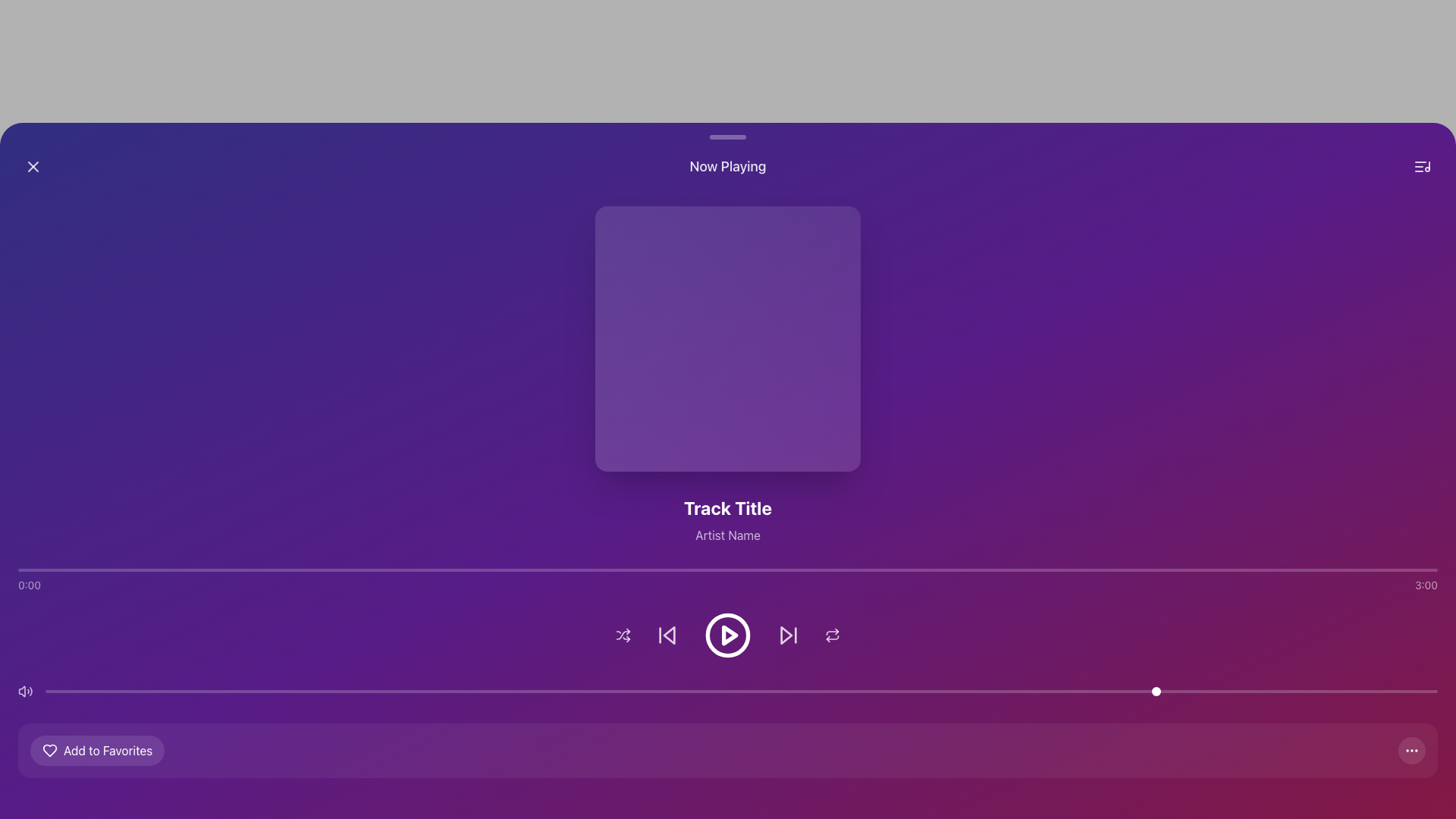 The width and height of the screenshot is (1456, 819). I want to click on the volume control icon button located at the leftmost end of the volume control section, so click(25, 691).